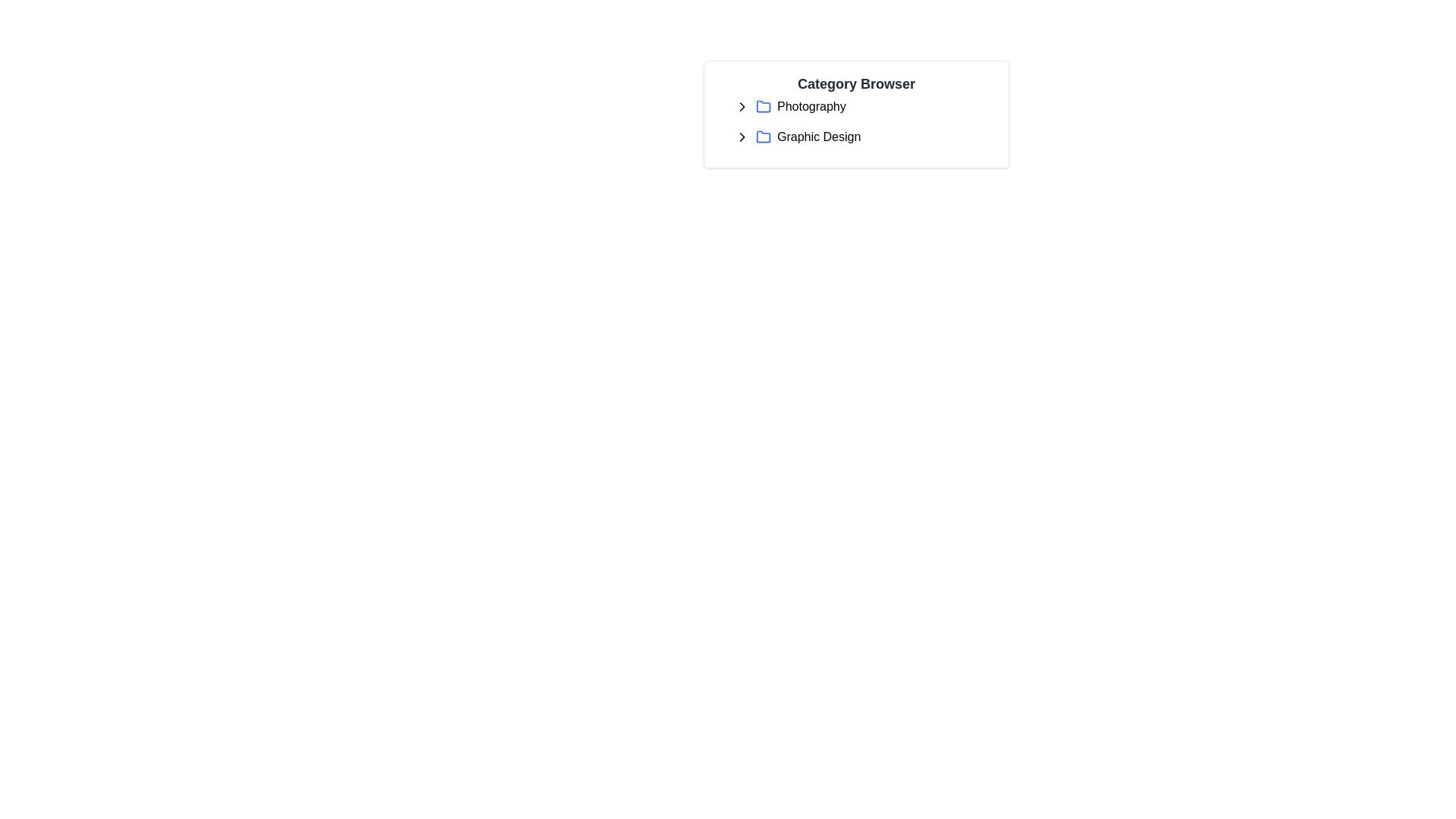 The height and width of the screenshot is (819, 1456). What do you see at coordinates (742, 106) in the screenshot?
I see `the small right-pointing chevron icon next to the 'Photography' folder` at bounding box center [742, 106].